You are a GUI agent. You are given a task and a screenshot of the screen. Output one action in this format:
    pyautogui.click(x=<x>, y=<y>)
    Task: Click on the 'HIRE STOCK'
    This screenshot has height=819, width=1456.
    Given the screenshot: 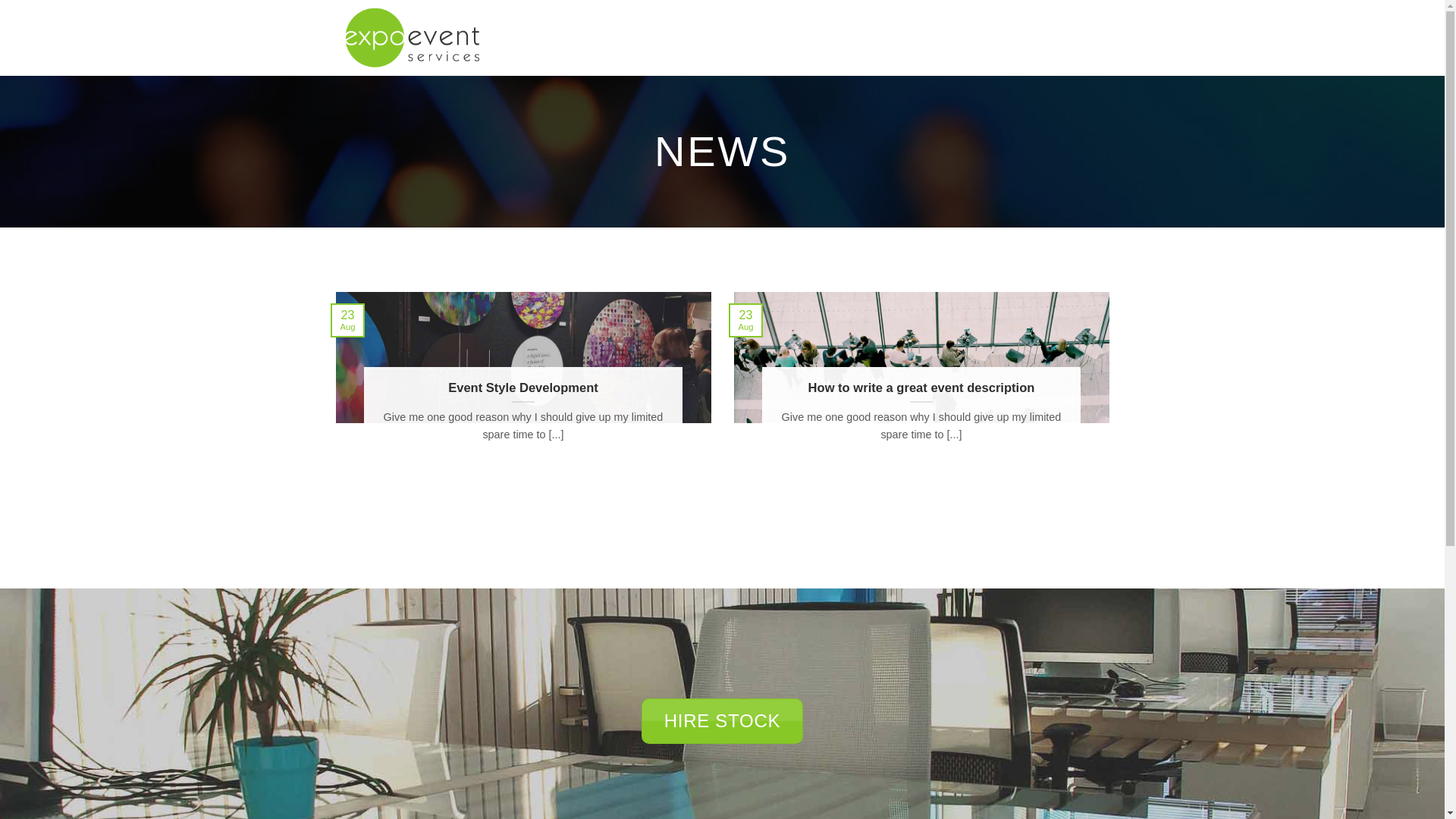 What is the action you would take?
    pyautogui.click(x=721, y=720)
    